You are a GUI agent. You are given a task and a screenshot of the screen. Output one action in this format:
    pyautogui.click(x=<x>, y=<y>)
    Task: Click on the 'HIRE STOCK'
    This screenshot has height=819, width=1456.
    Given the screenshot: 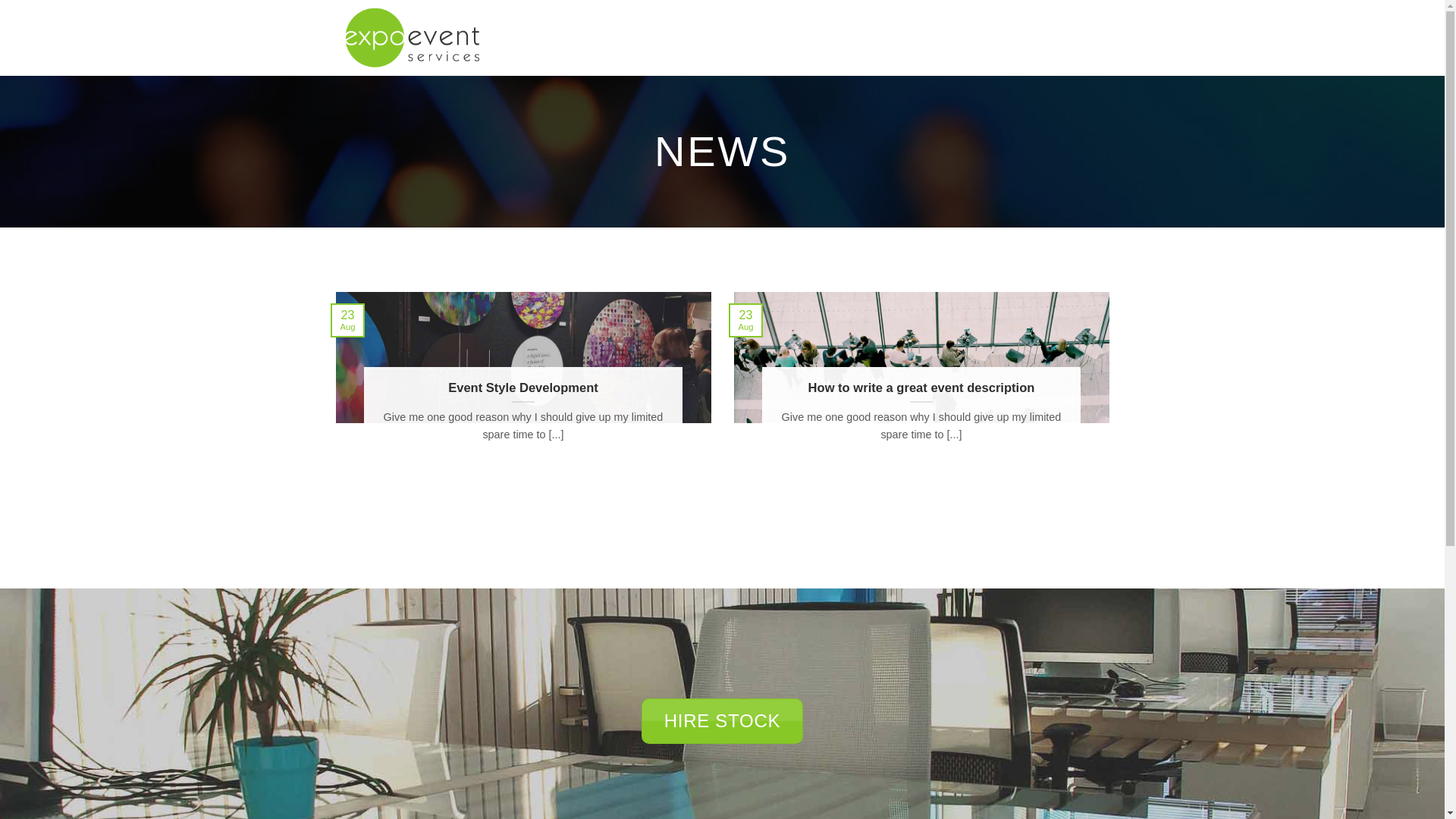 What is the action you would take?
    pyautogui.click(x=721, y=720)
    